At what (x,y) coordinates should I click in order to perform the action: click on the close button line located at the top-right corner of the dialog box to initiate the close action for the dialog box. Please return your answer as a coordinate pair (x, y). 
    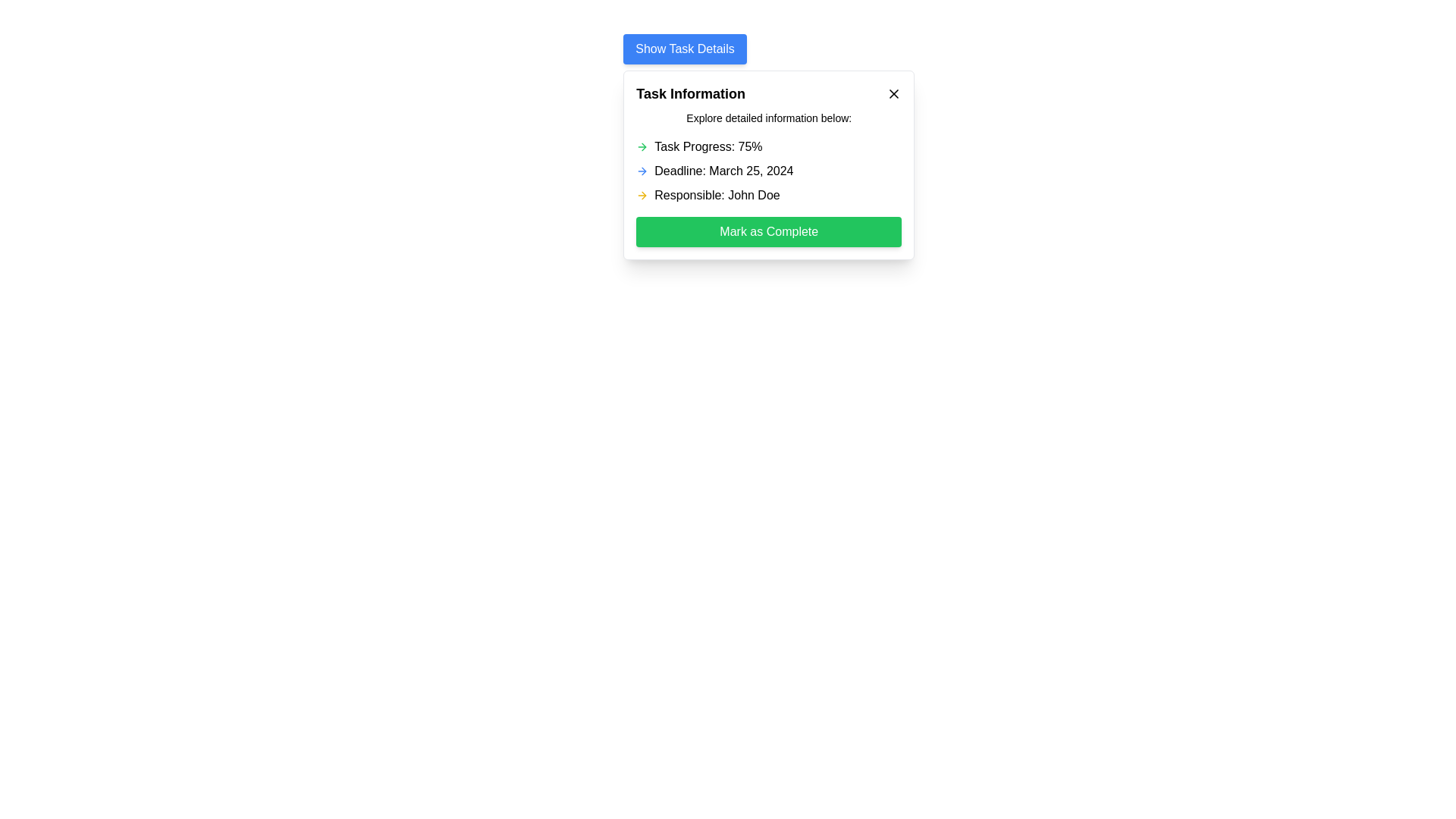
    Looking at the image, I should click on (894, 93).